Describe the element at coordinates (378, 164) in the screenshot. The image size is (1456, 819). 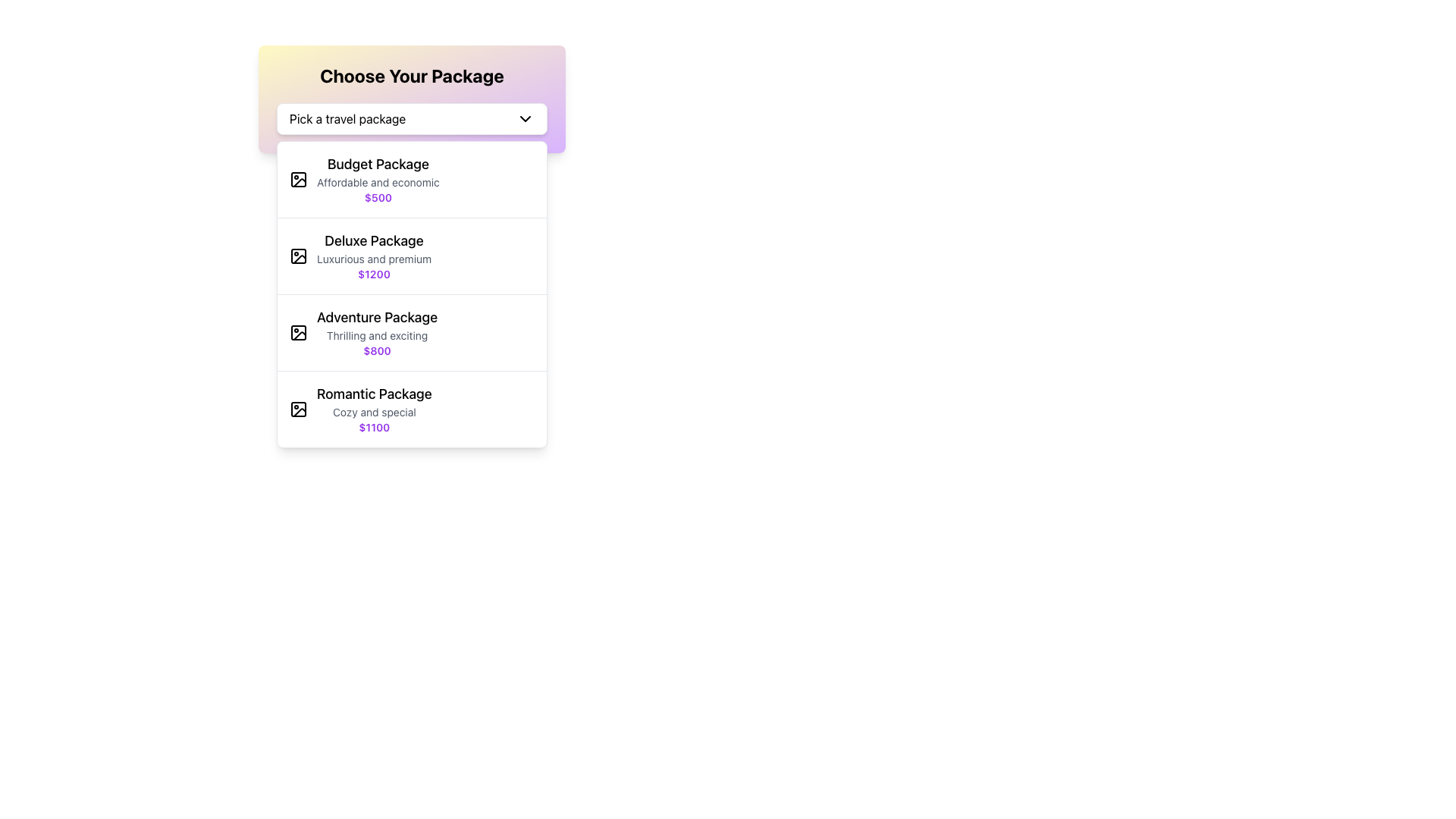
I see `the title of the first package option in the dropdown list under 'Choose Your Package'` at that location.